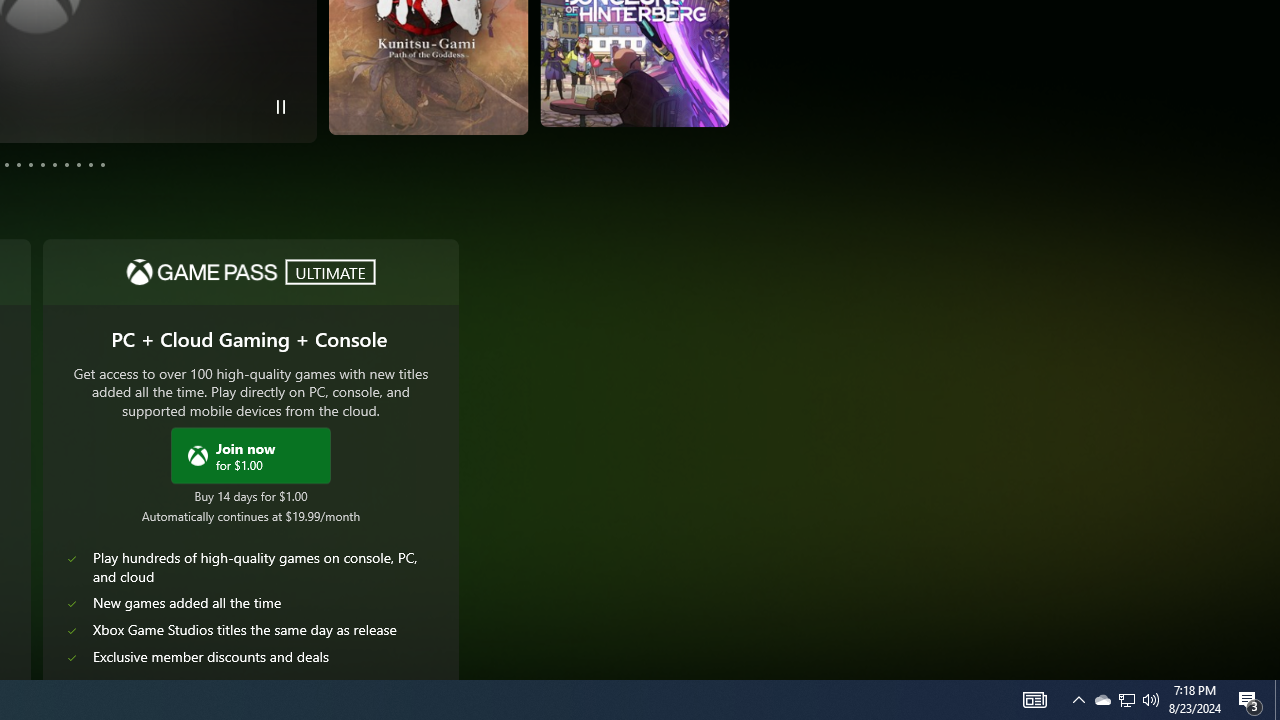 The width and height of the screenshot is (1280, 720). Describe the element at coordinates (55, 163) in the screenshot. I see `'Page 8'` at that location.